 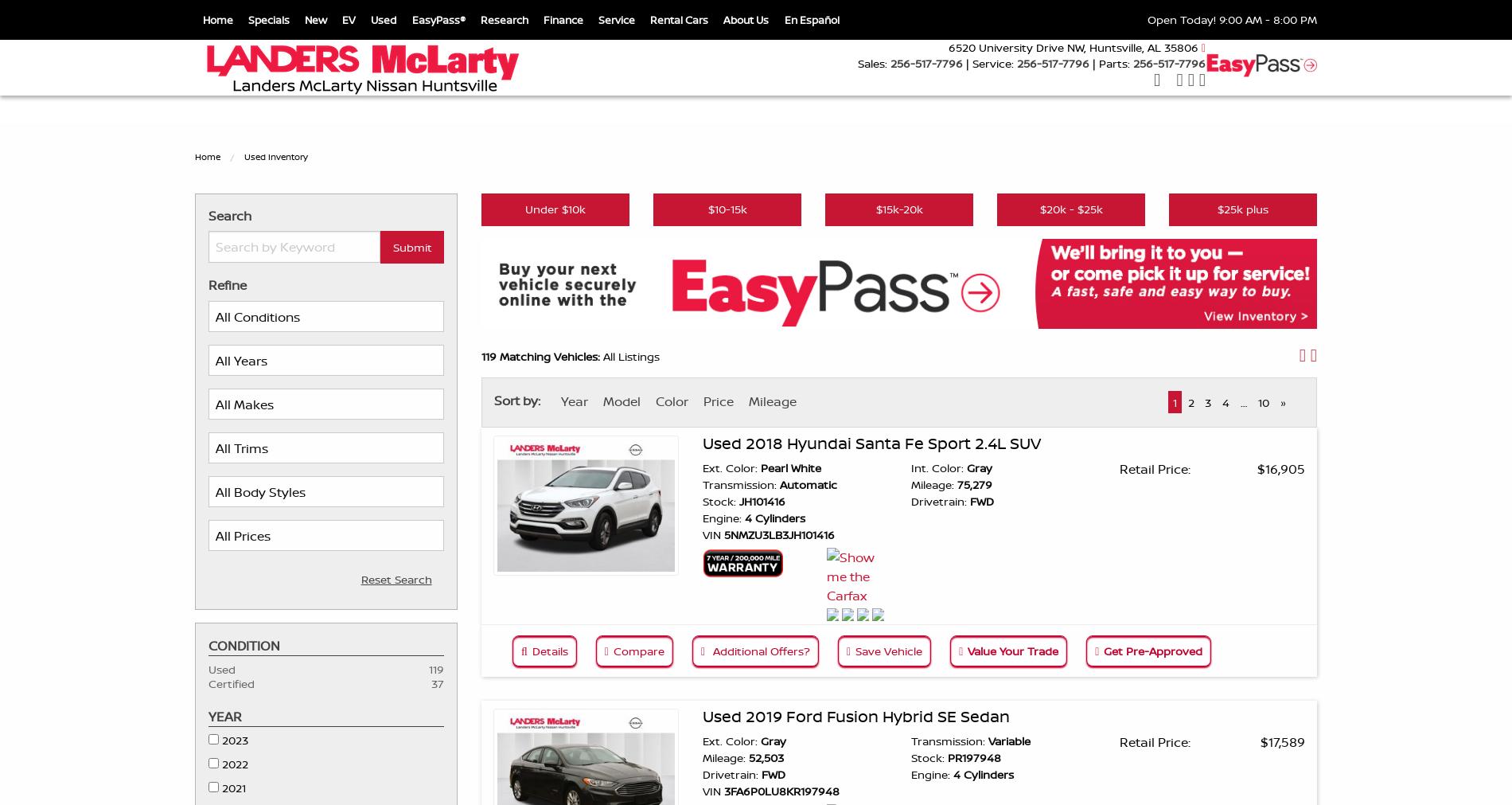 What do you see at coordinates (779, 790) in the screenshot?
I see `'3FA6P0LU8KR197948'` at bounding box center [779, 790].